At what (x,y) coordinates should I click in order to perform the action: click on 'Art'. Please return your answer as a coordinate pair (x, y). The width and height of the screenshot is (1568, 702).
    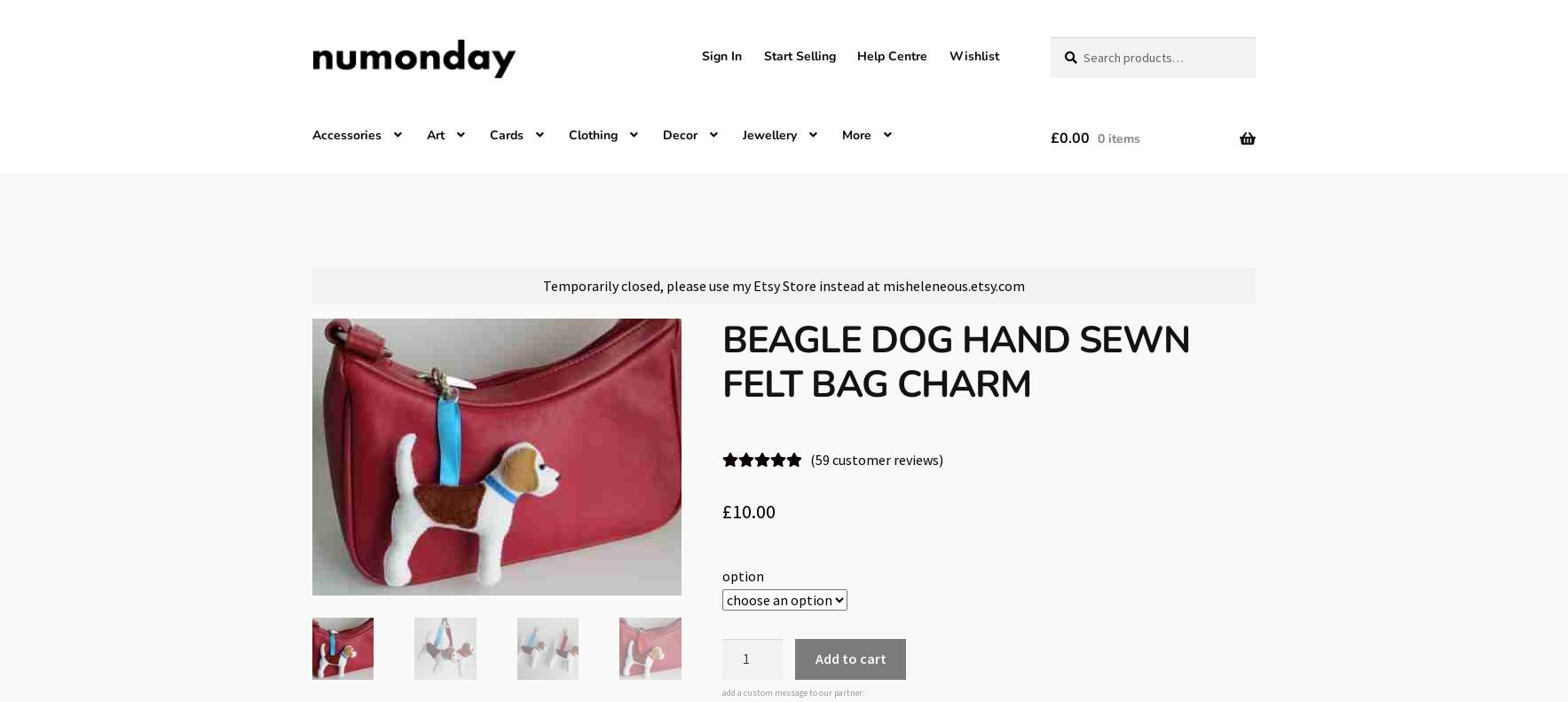
    Looking at the image, I should click on (434, 133).